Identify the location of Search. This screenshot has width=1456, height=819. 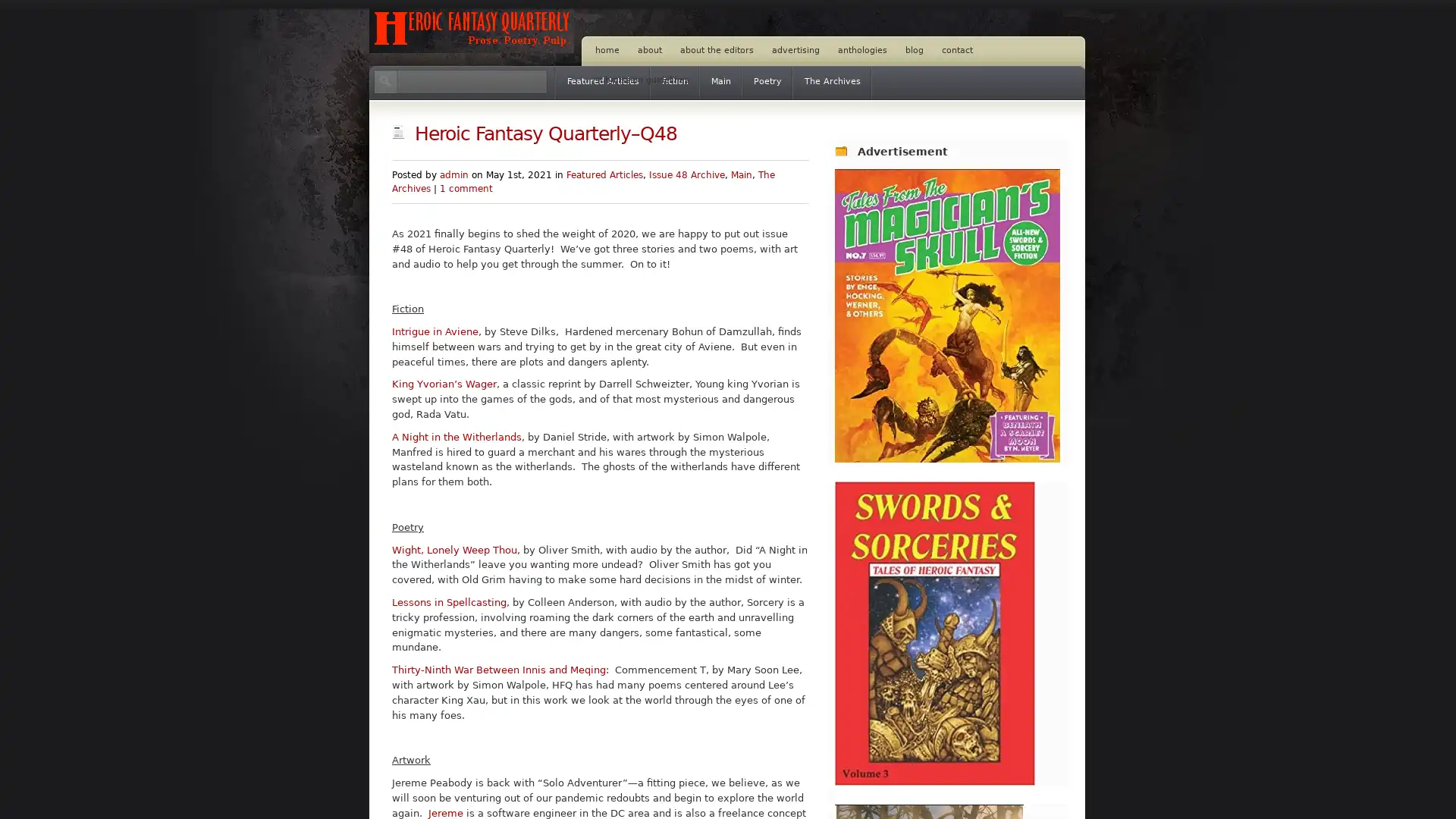
(385, 82).